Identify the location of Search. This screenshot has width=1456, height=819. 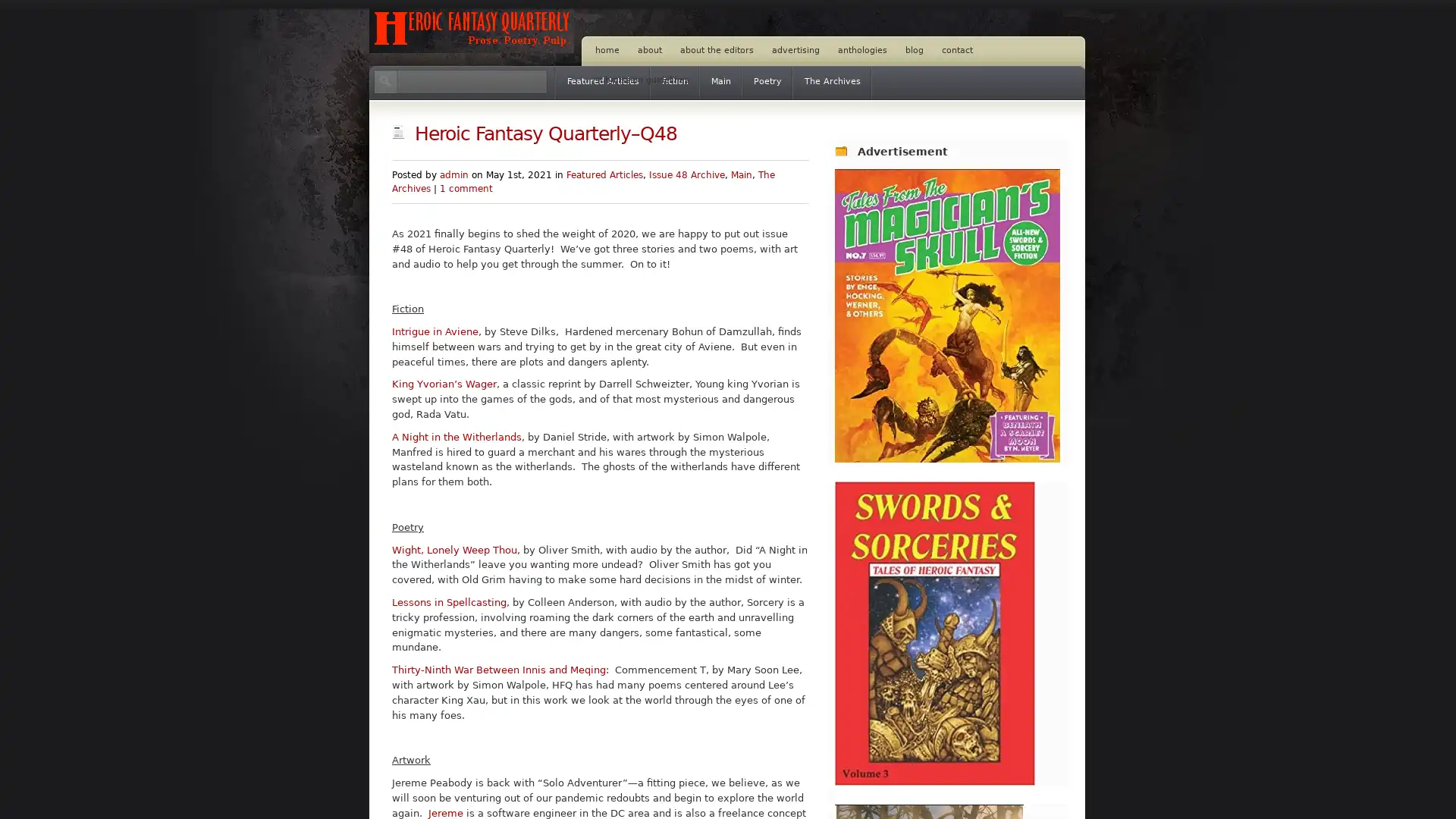
(385, 82).